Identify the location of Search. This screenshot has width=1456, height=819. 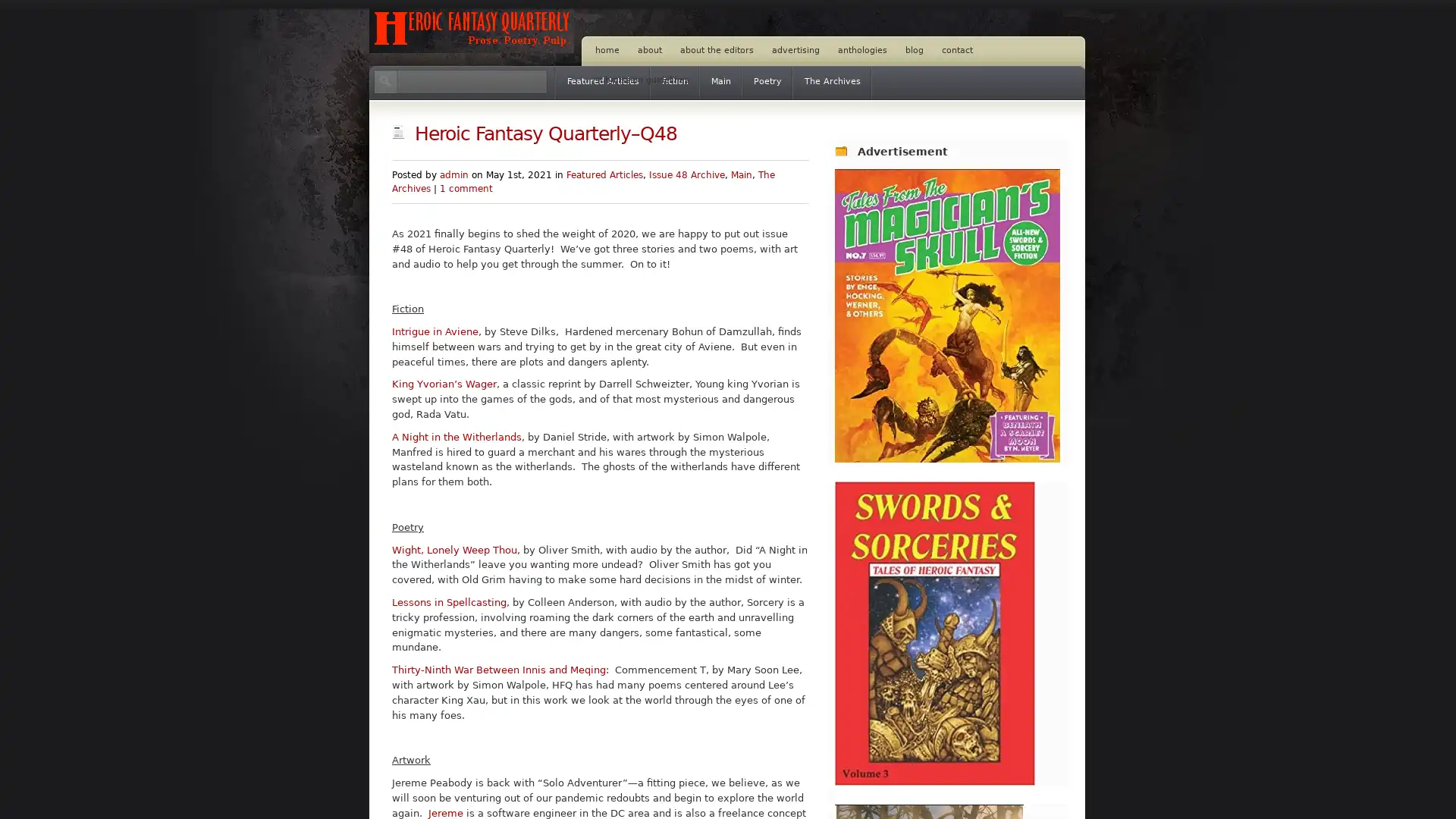
(385, 82).